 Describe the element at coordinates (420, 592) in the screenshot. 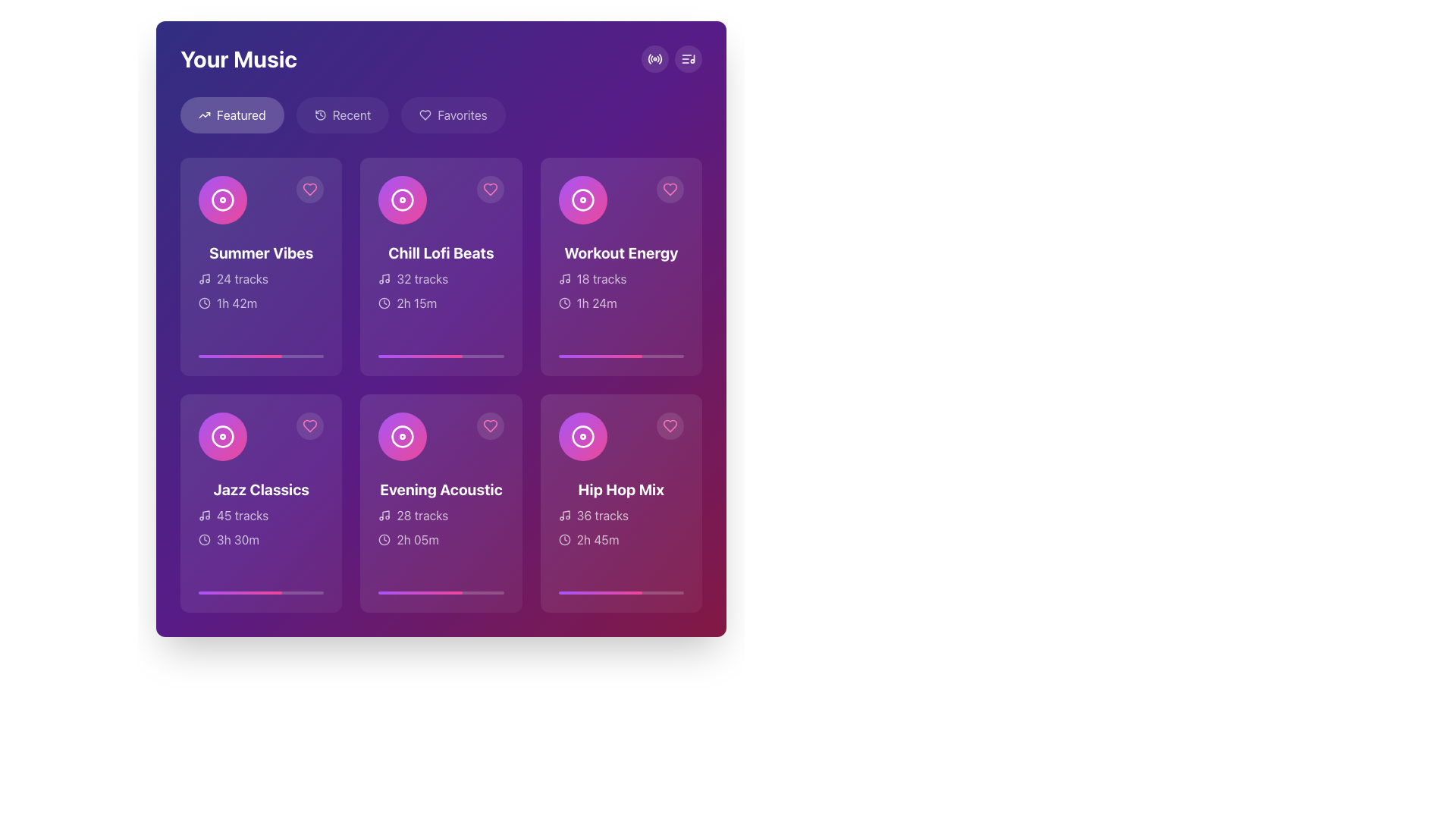

I see `the progress bar styled with a gradient transitioning from purple to pink, located at the bottom center of the 'Evening Acoustic' card` at that location.